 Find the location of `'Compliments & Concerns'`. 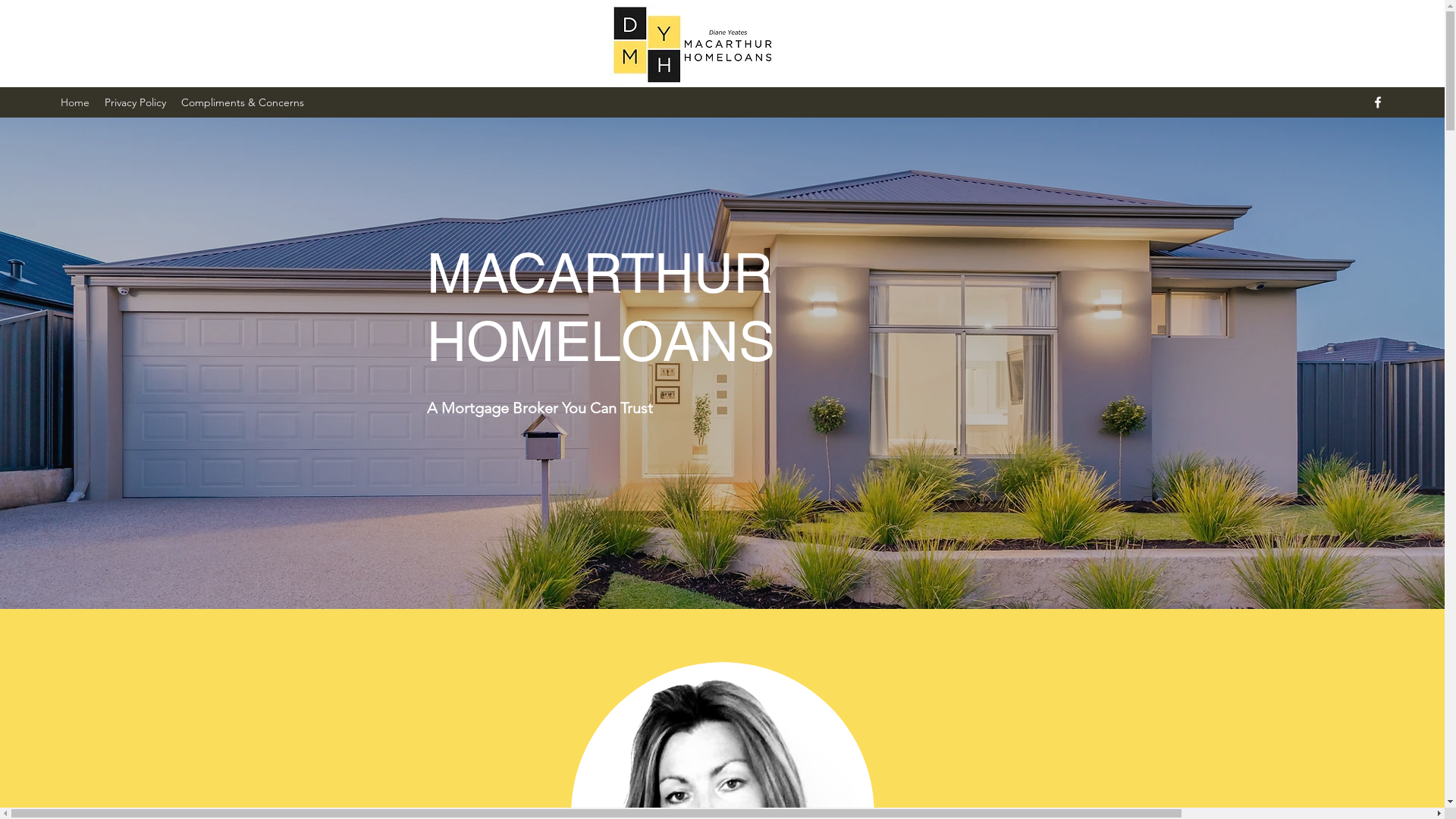

'Compliments & Concerns' is located at coordinates (243, 102).